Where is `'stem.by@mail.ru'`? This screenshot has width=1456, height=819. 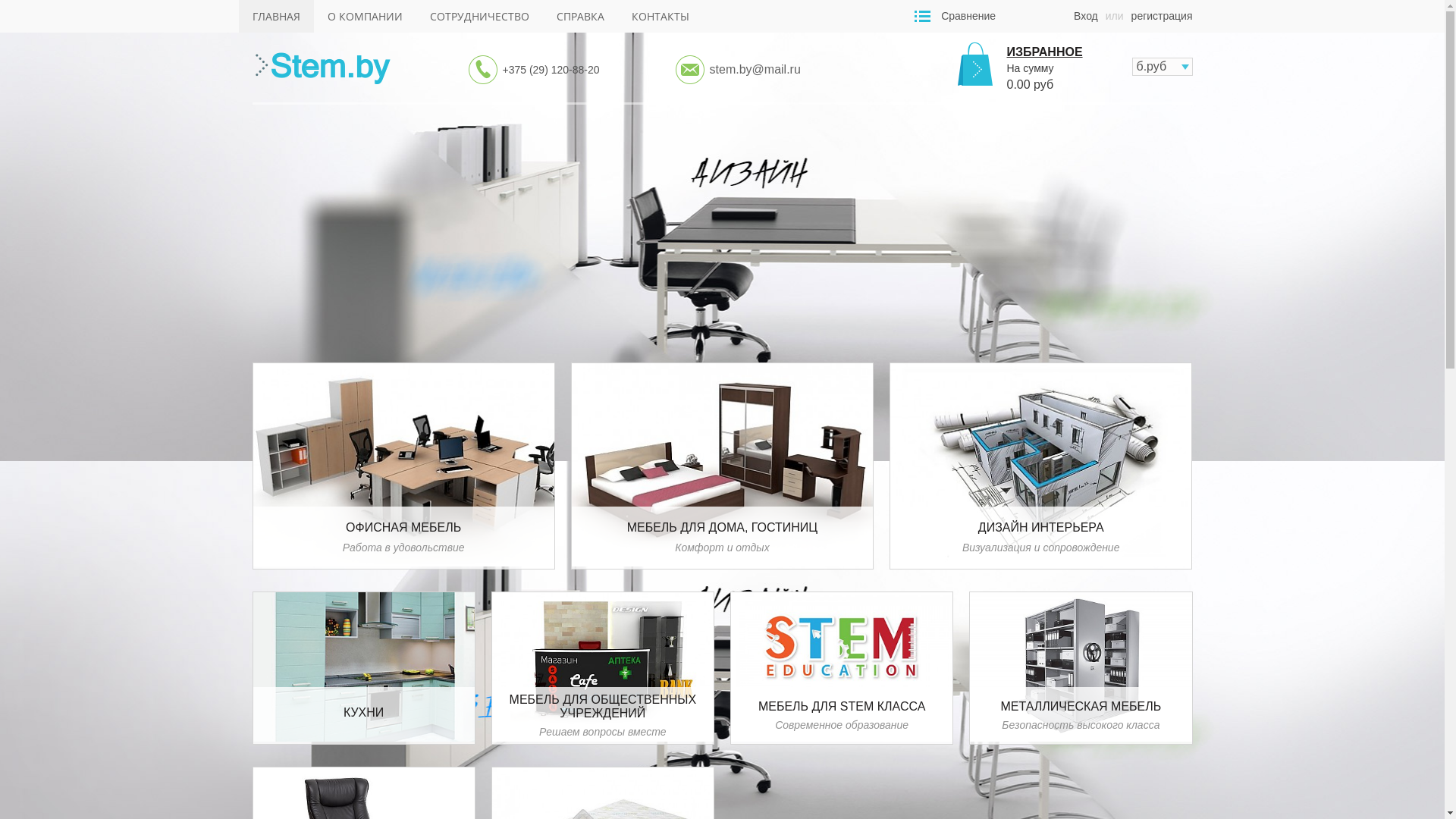 'stem.by@mail.ru' is located at coordinates (755, 70).